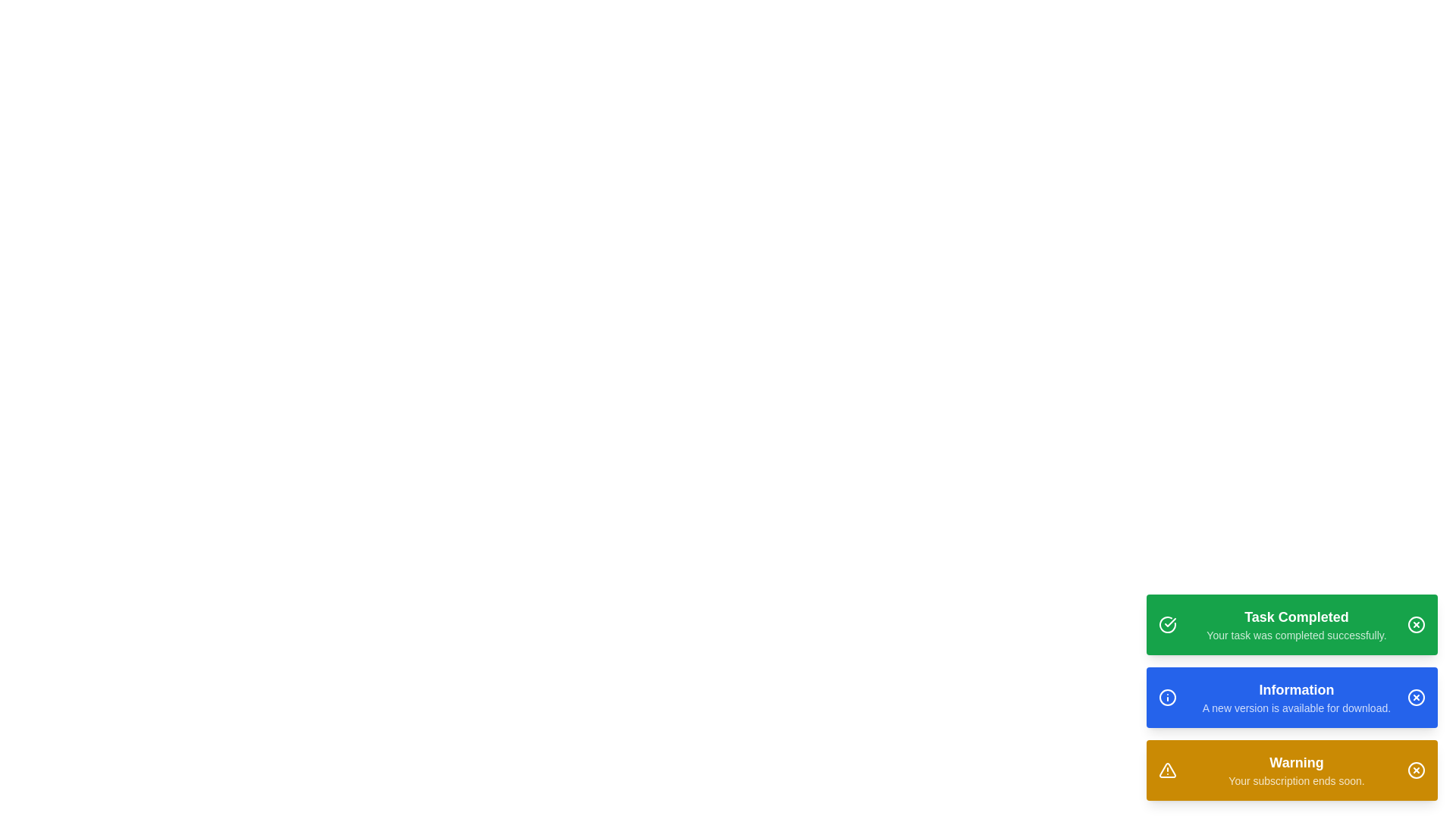 The image size is (1456, 819). Describe the element at coordinates (1167, 625) in the screenshot. I see `the circular icon with a checkmark inside, located at the top-left corner of the green notification banner for potential interaction` at that location.